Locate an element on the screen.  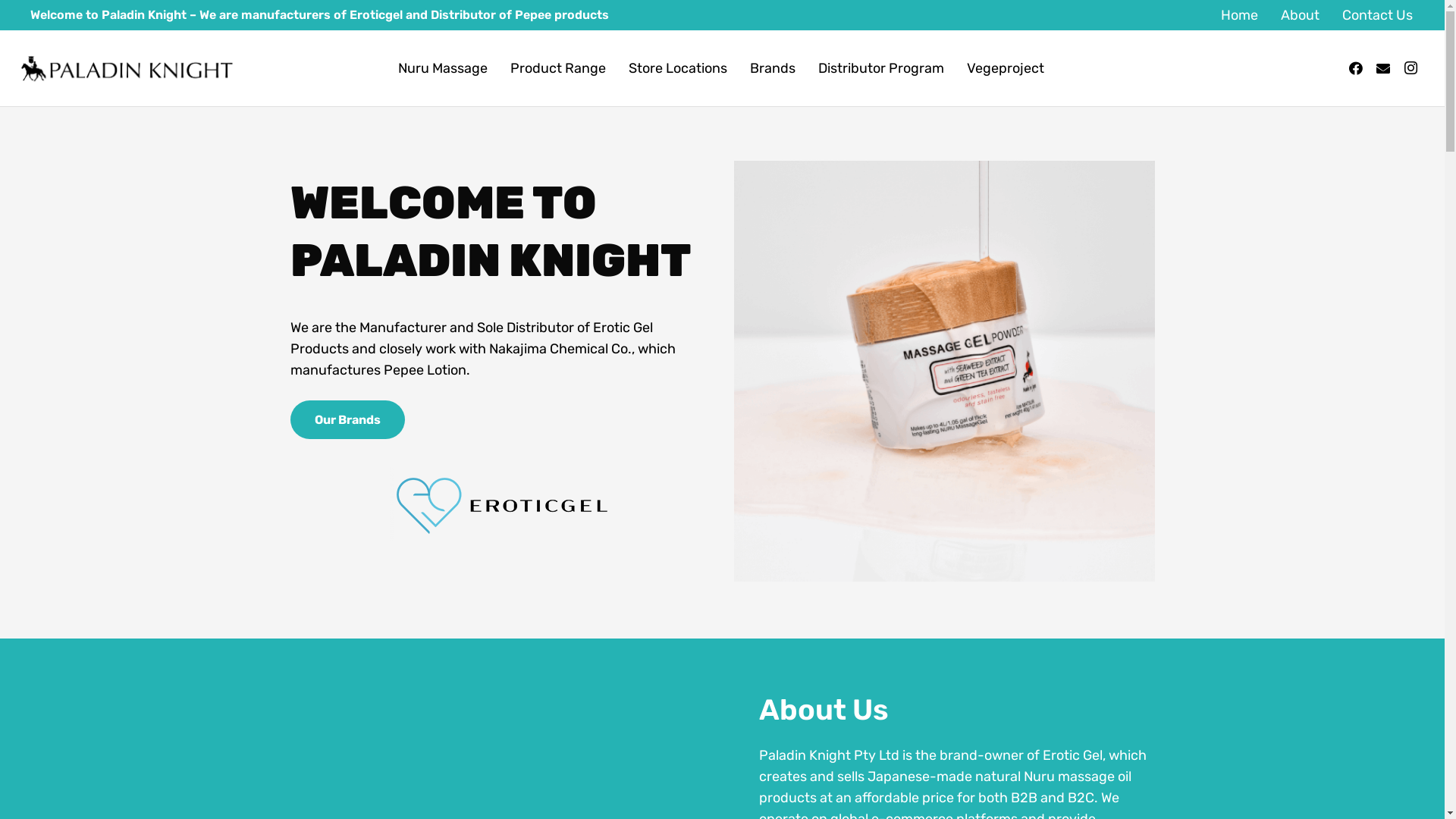
'Our Brands' is located at coordinates (346, 419).